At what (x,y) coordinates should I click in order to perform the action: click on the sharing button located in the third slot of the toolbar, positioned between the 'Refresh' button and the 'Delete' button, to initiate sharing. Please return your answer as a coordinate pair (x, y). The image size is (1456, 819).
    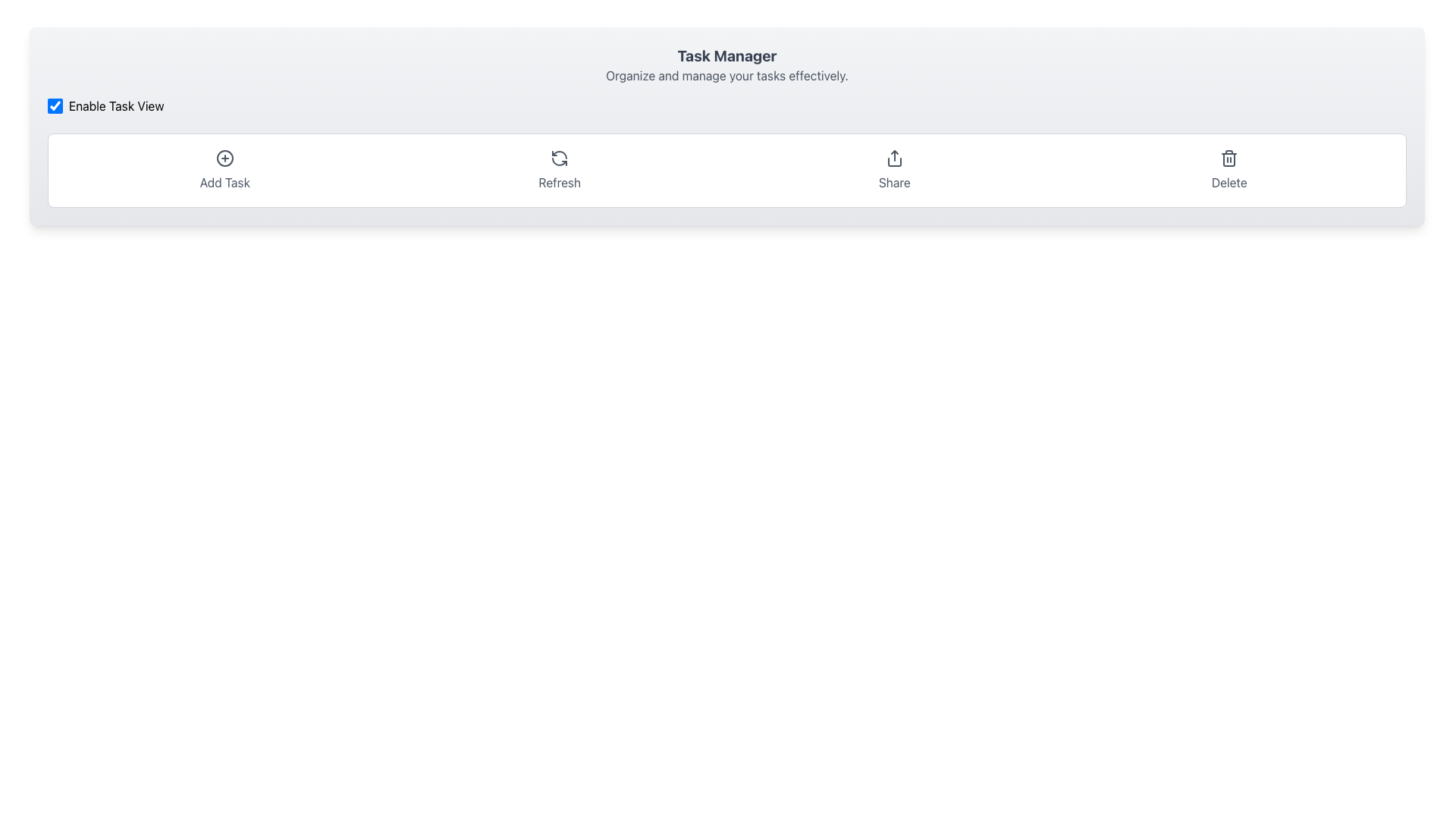
    Looking at the image, I should click on (894, 170).